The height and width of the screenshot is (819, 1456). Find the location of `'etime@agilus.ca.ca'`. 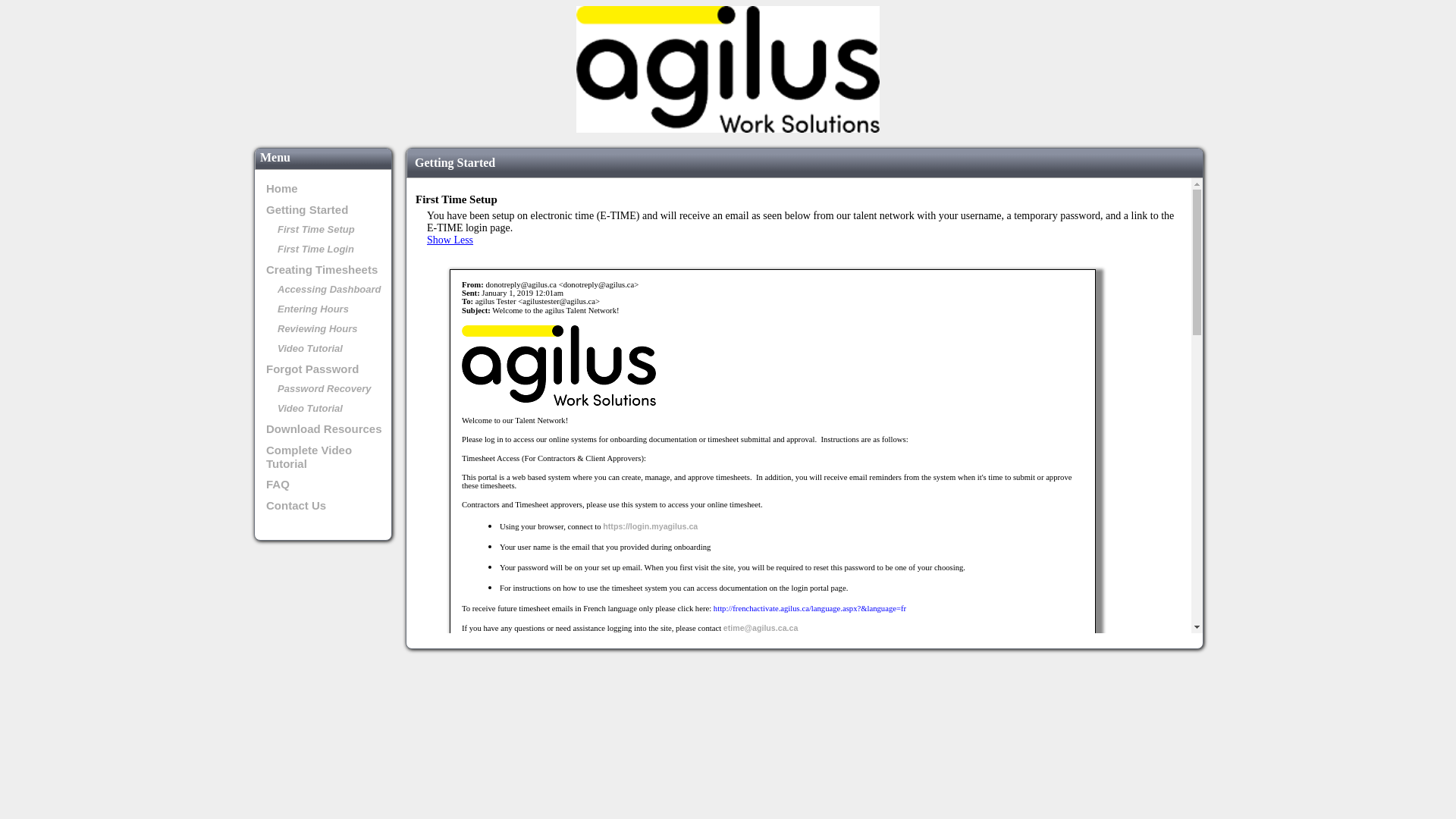

'etime@agilus.ca.ca' is located at coordinates (761, 628).